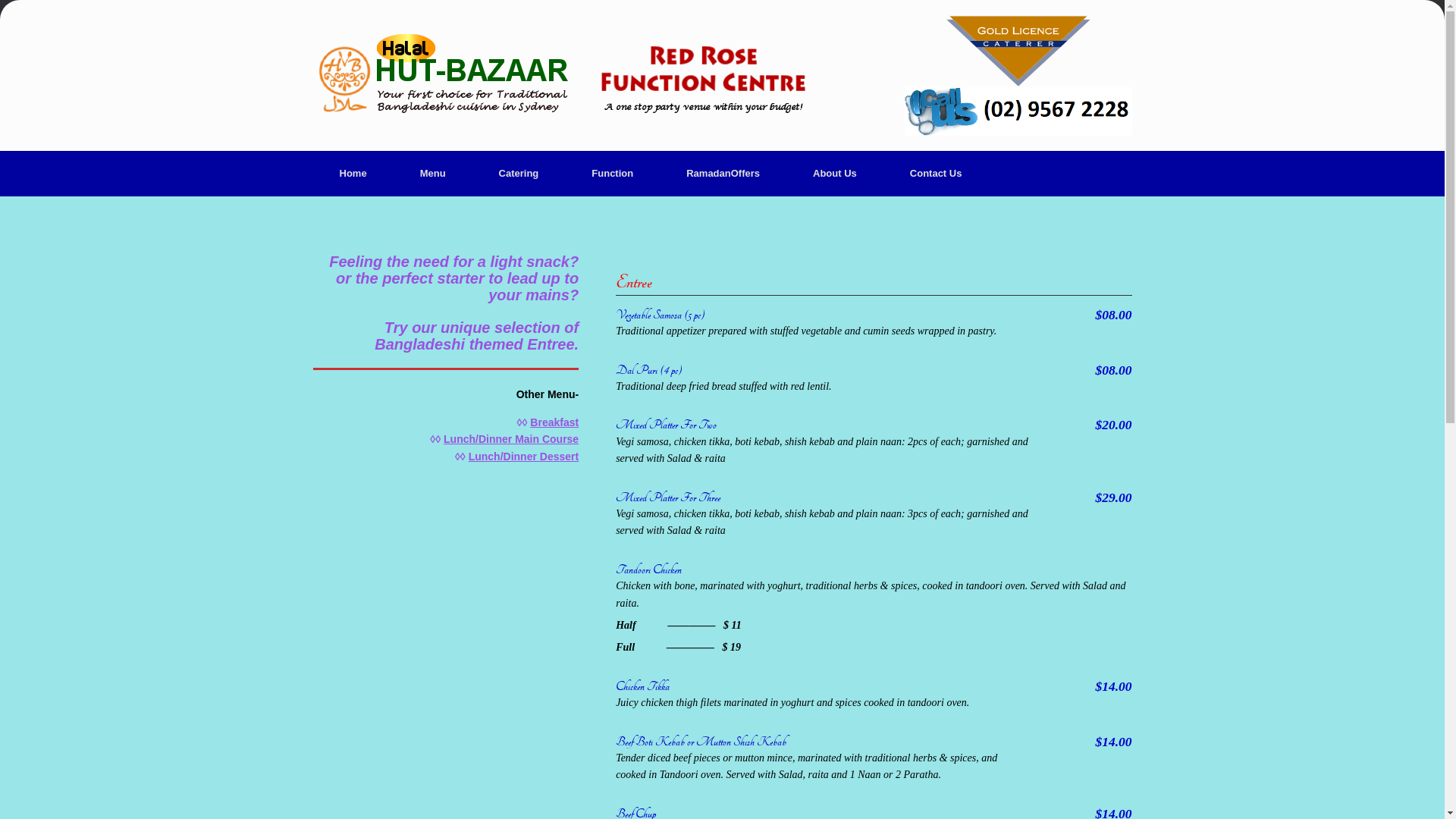 The image size is (1456, 819). Describe the element at coordinates (352, 172) in the screenshot. I see `'Home'` at that location.